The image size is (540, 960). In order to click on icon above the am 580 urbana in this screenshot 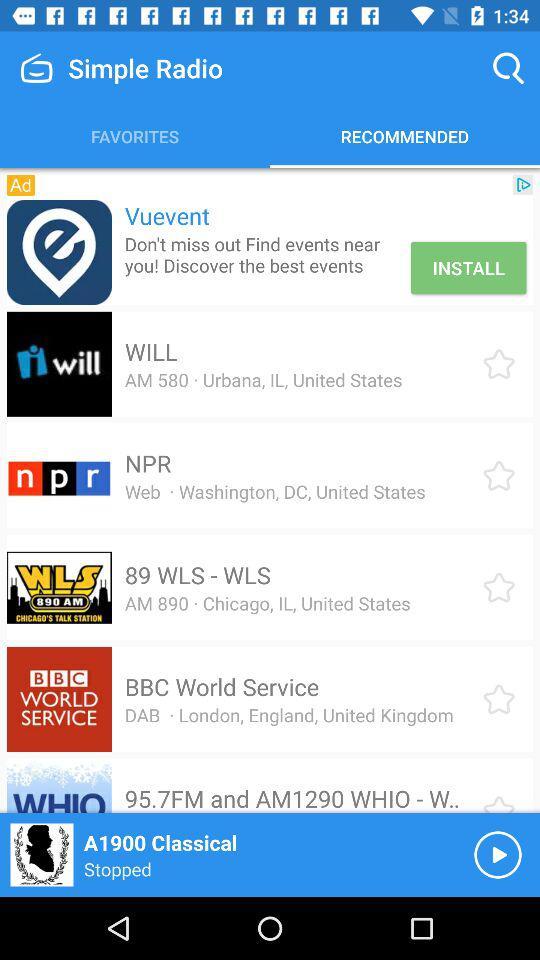, I will do `click(150, 351)`.